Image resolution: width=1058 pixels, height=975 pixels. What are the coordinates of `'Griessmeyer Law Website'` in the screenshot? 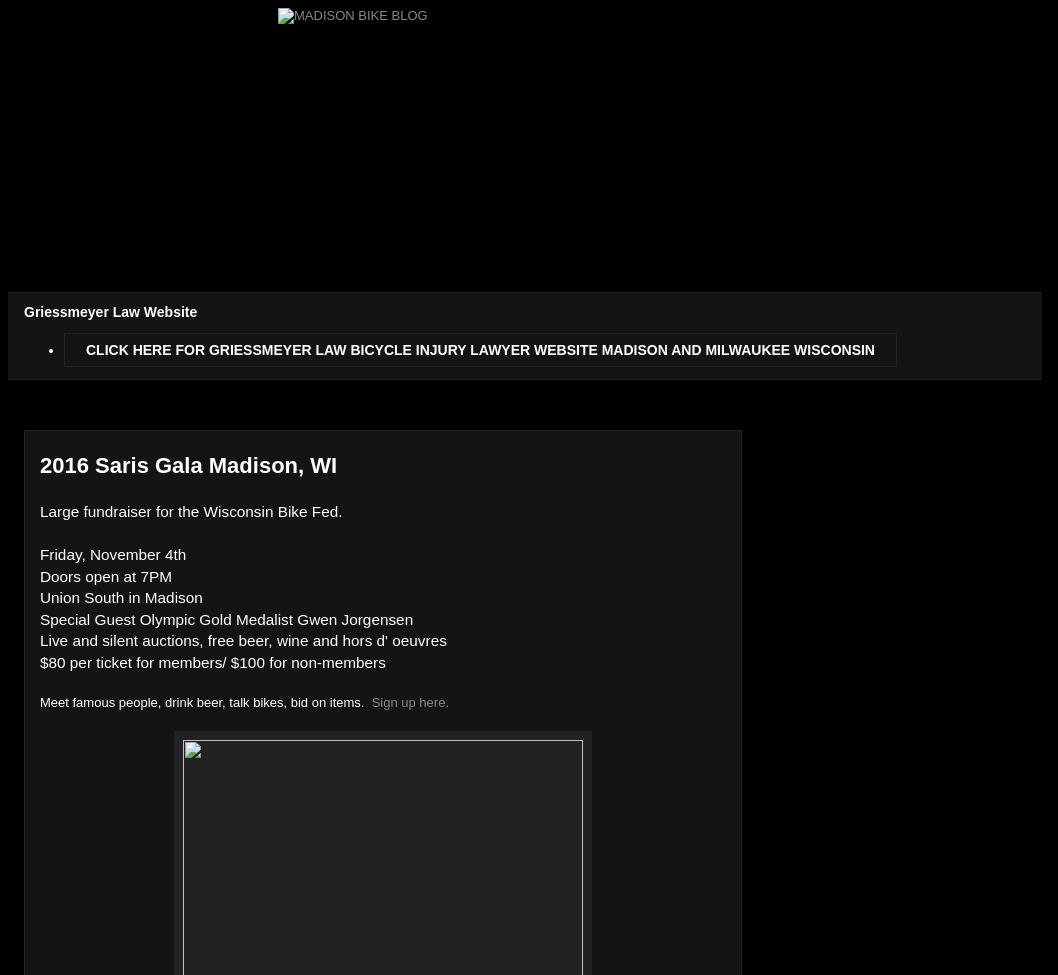 It's located at (109, 310).